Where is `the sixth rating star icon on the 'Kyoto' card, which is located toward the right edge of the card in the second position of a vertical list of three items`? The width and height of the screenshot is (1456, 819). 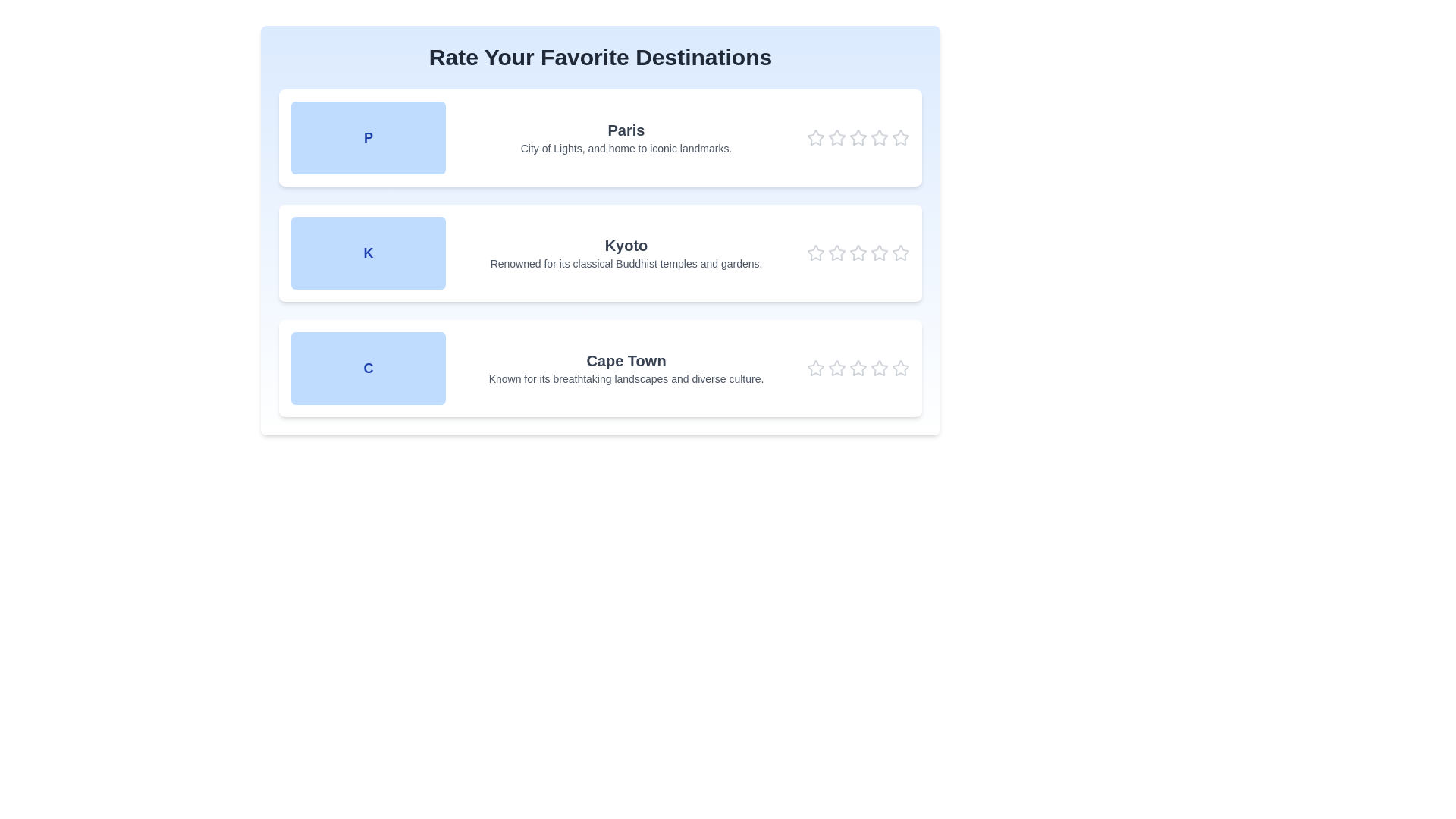 the sixth rating star icon on the 'Kyoto' card, which is located toward the right edge of the card in the second position of a vertical list of three items is located at coordinates (901, 253).